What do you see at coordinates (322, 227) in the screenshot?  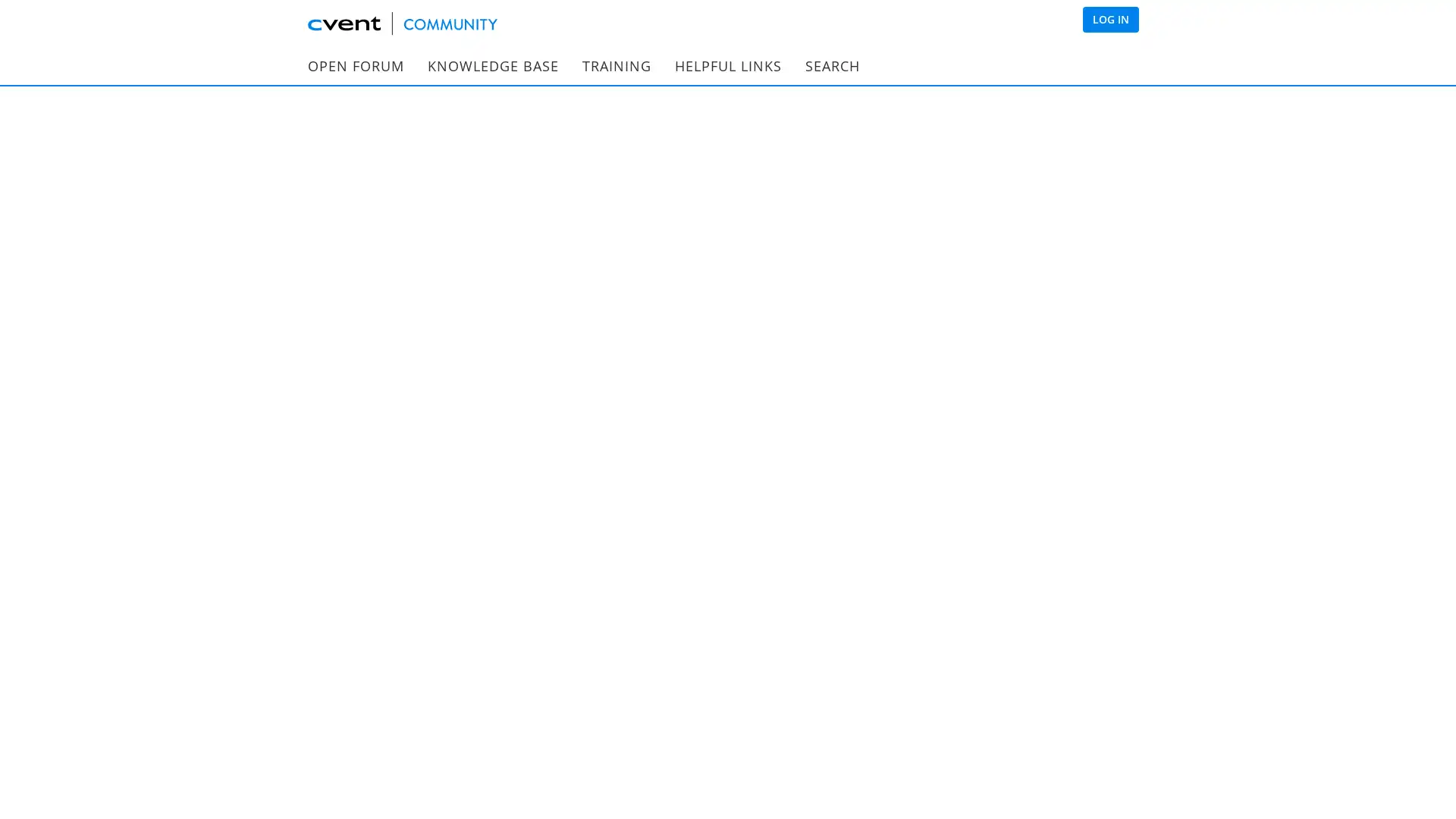 I see `FAQ` at bounding box center [322, 227].